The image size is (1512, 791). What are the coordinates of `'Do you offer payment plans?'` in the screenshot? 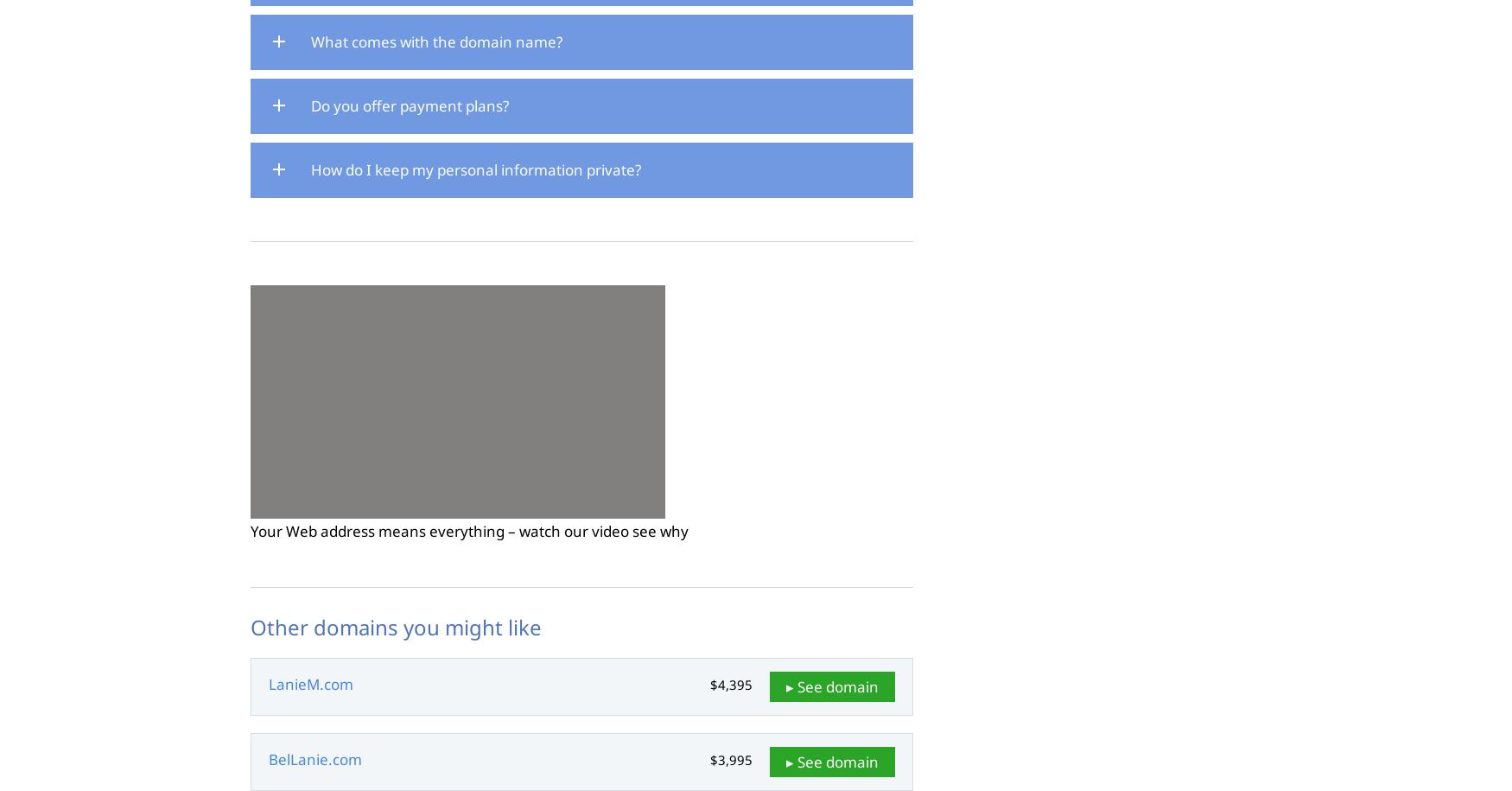 It's located at (410, 105).